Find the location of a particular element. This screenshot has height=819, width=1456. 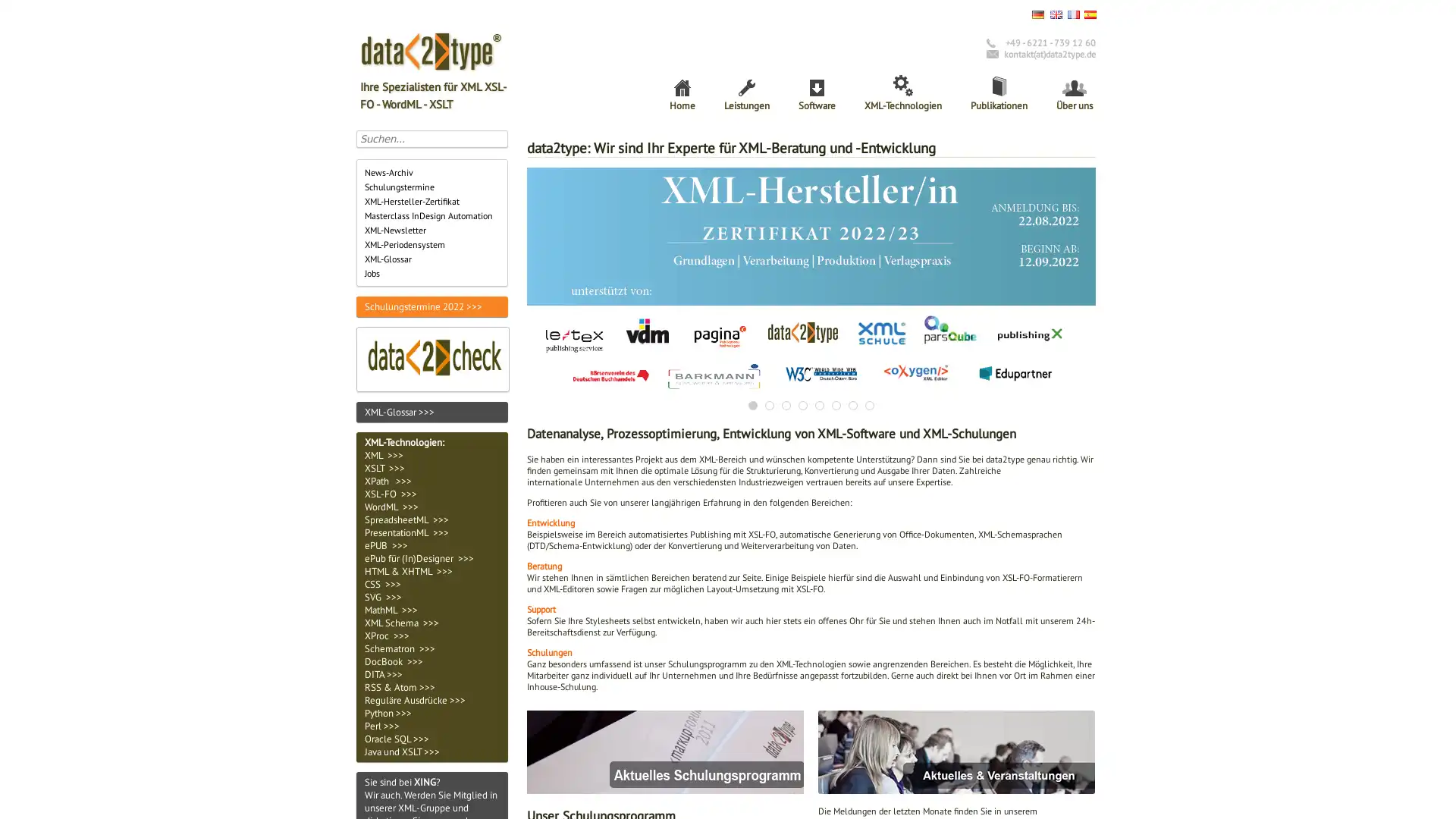

Carousel Page 1 is located at coordinates (753, 403).